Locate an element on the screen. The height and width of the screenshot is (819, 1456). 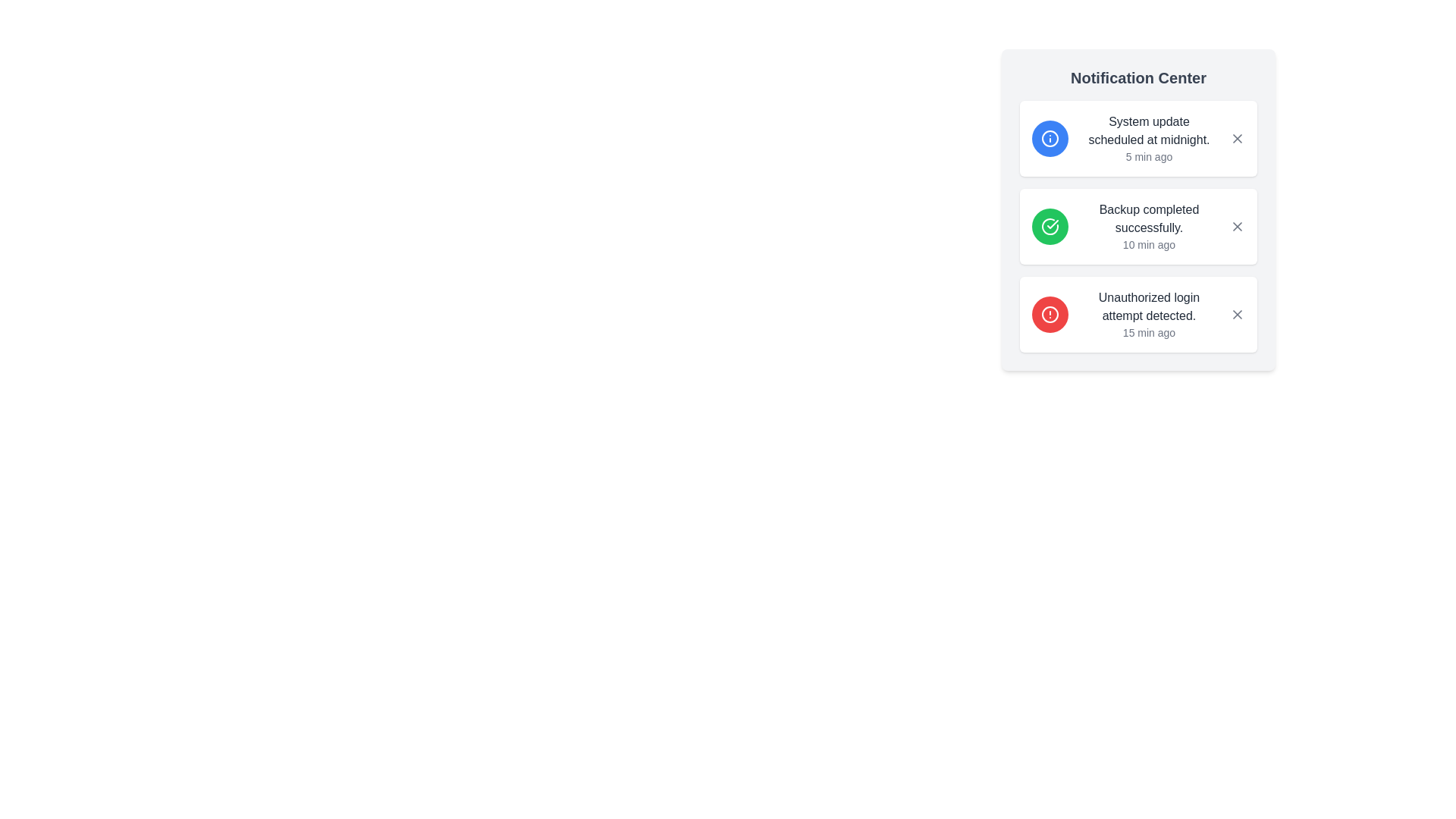
the static text label displaying the time indicator '5 min ago', which is styled in gray and positioned under the primary notification message in the Notification Center is located at coordinates (1149, 157).